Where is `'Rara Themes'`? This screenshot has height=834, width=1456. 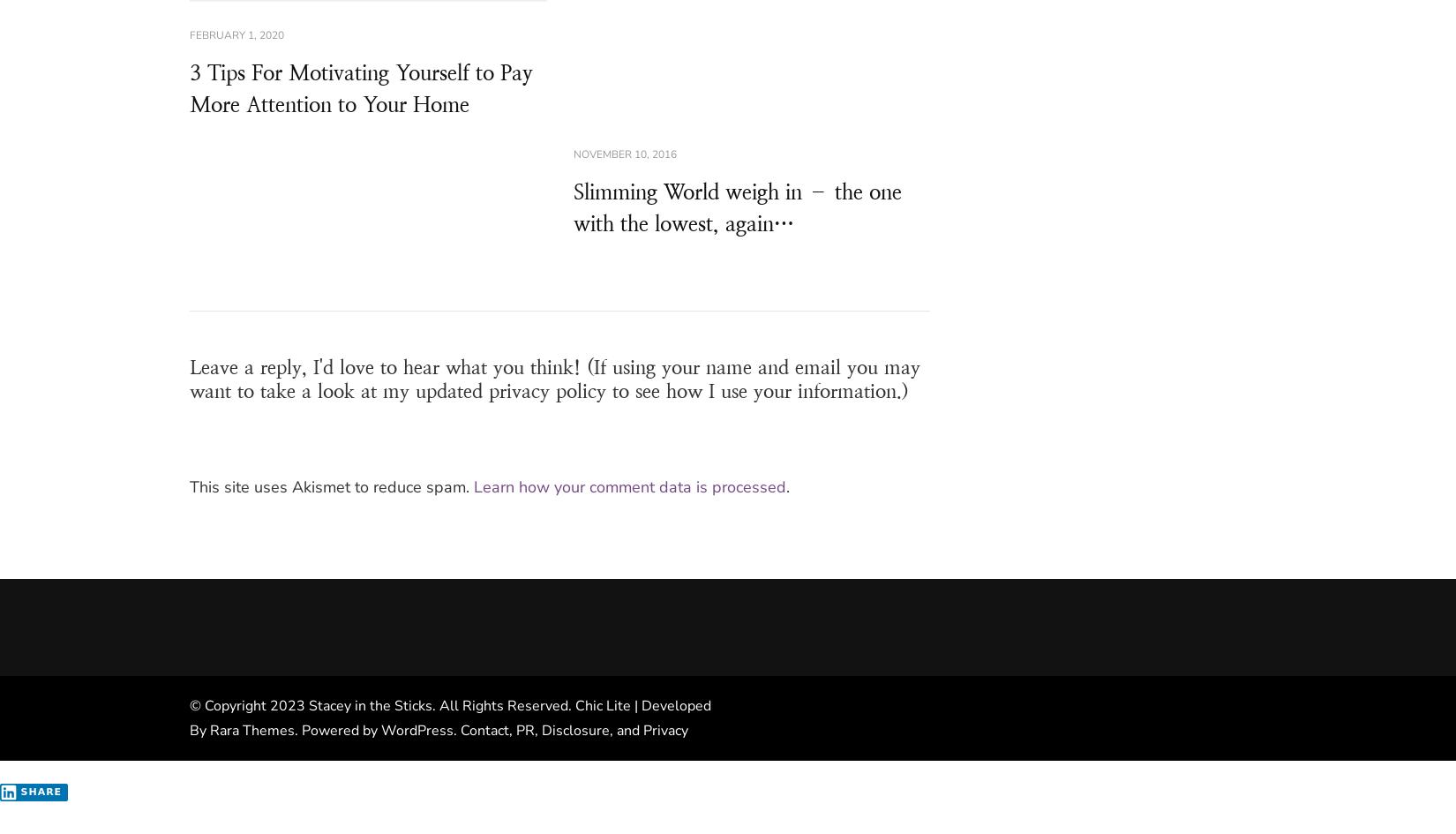
'Rara Themes' is located at coordinates (251, 729).